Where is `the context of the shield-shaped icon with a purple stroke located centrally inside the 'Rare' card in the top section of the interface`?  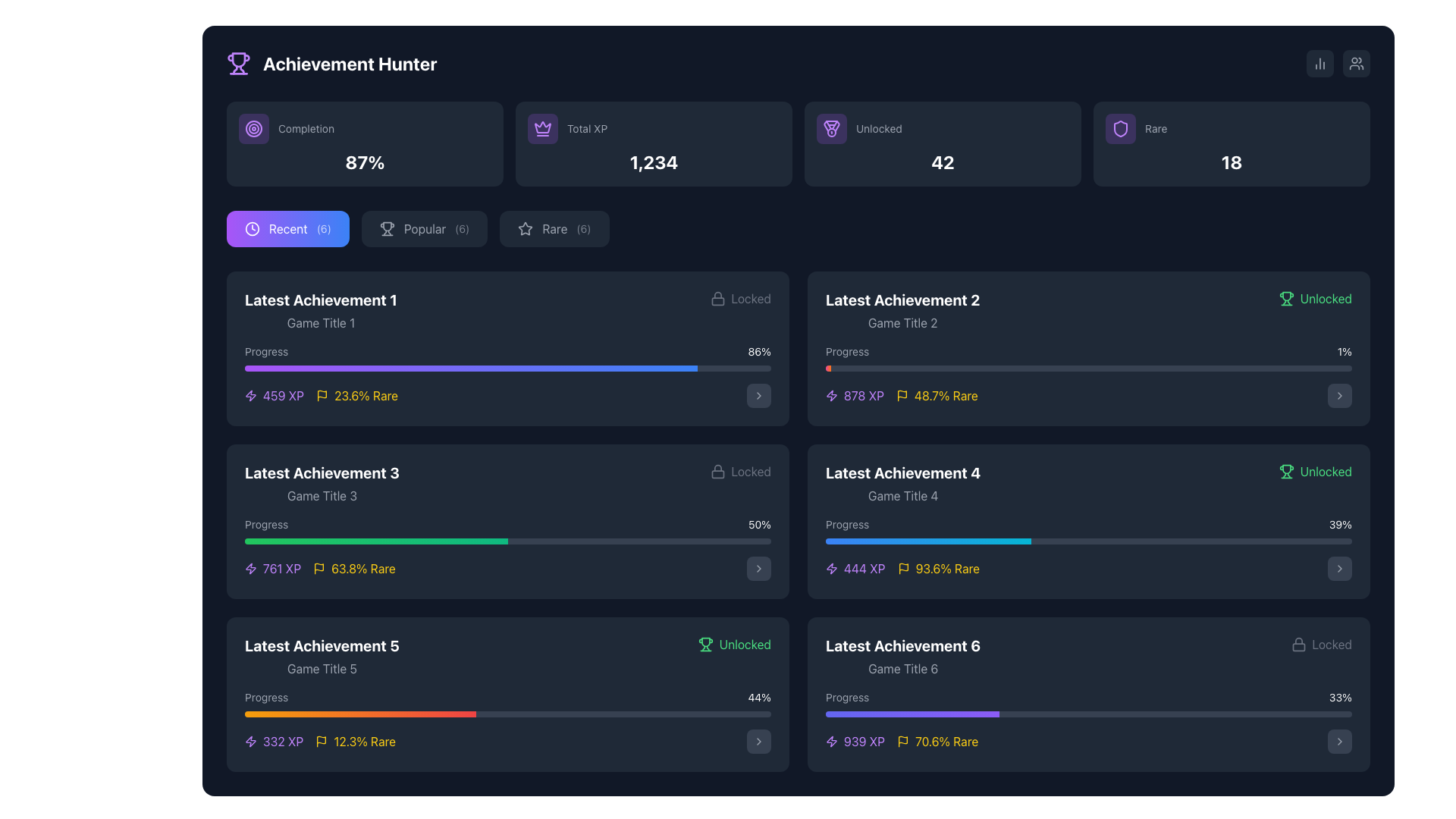
the context of the shield-shaped icon with a purple stroke located centrally inside the 'Rare' card in the top section of the interface is located at coordinates (1121, 127).